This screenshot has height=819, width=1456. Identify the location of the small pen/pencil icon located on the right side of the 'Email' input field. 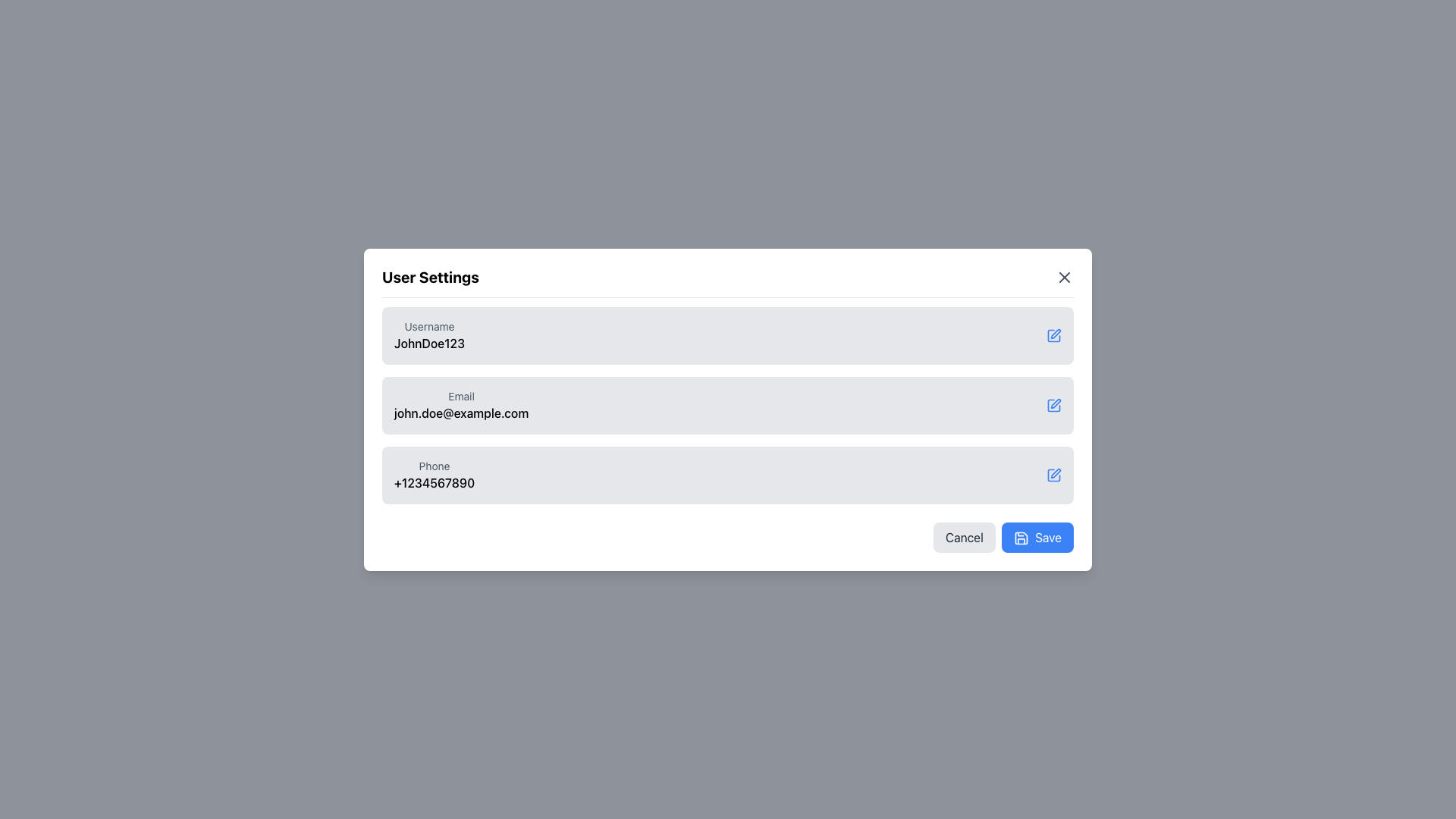
(1055, 403).